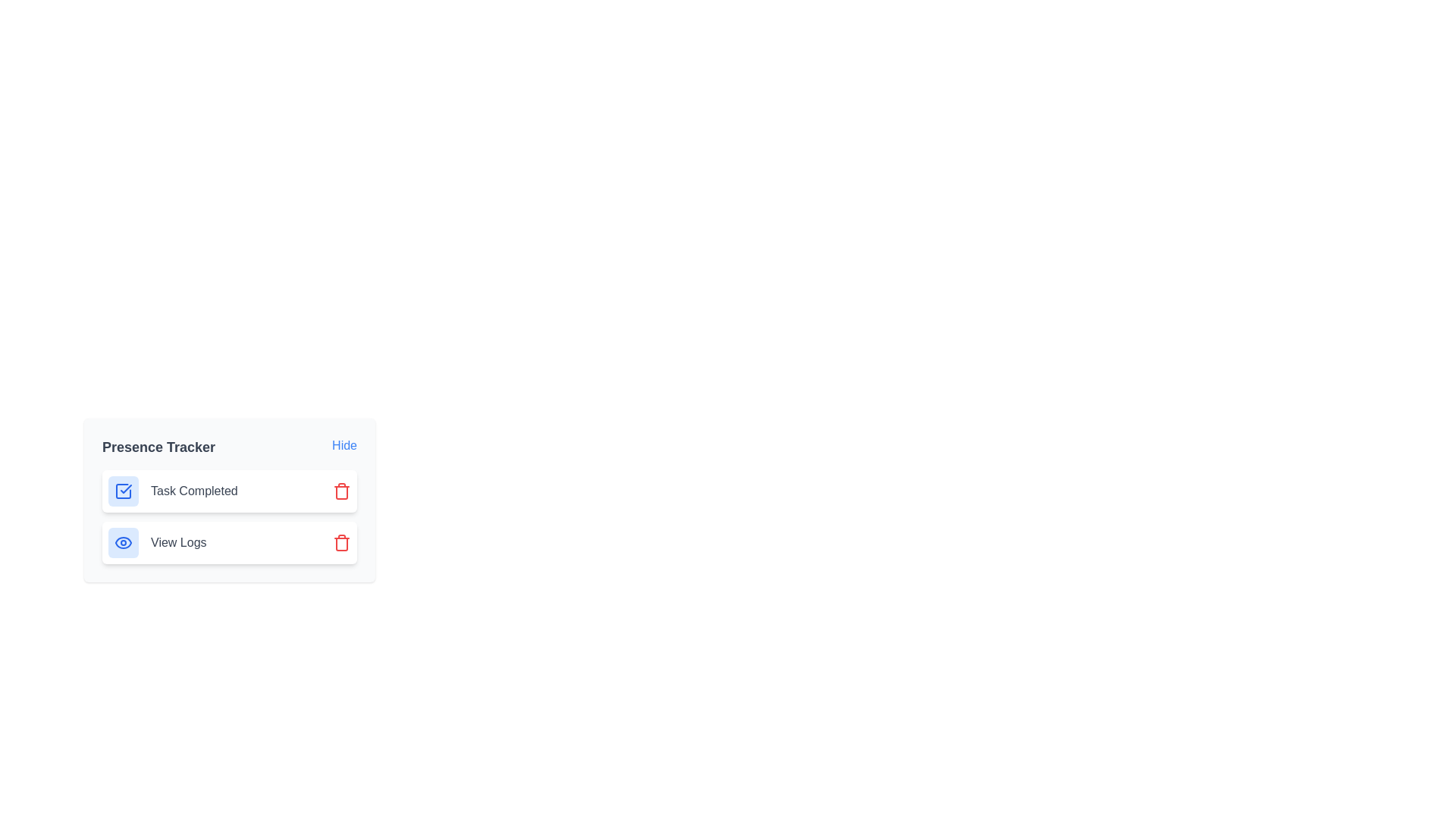 The width and height of the screenshot is (1456, 819). What do you see at coordinates (124, 491) in the screenshot?
I see `the square-shaped icon with a light blue background and a blue checkmark inside, located in the 'Task Completed' card` at bounding box center [124, 491].